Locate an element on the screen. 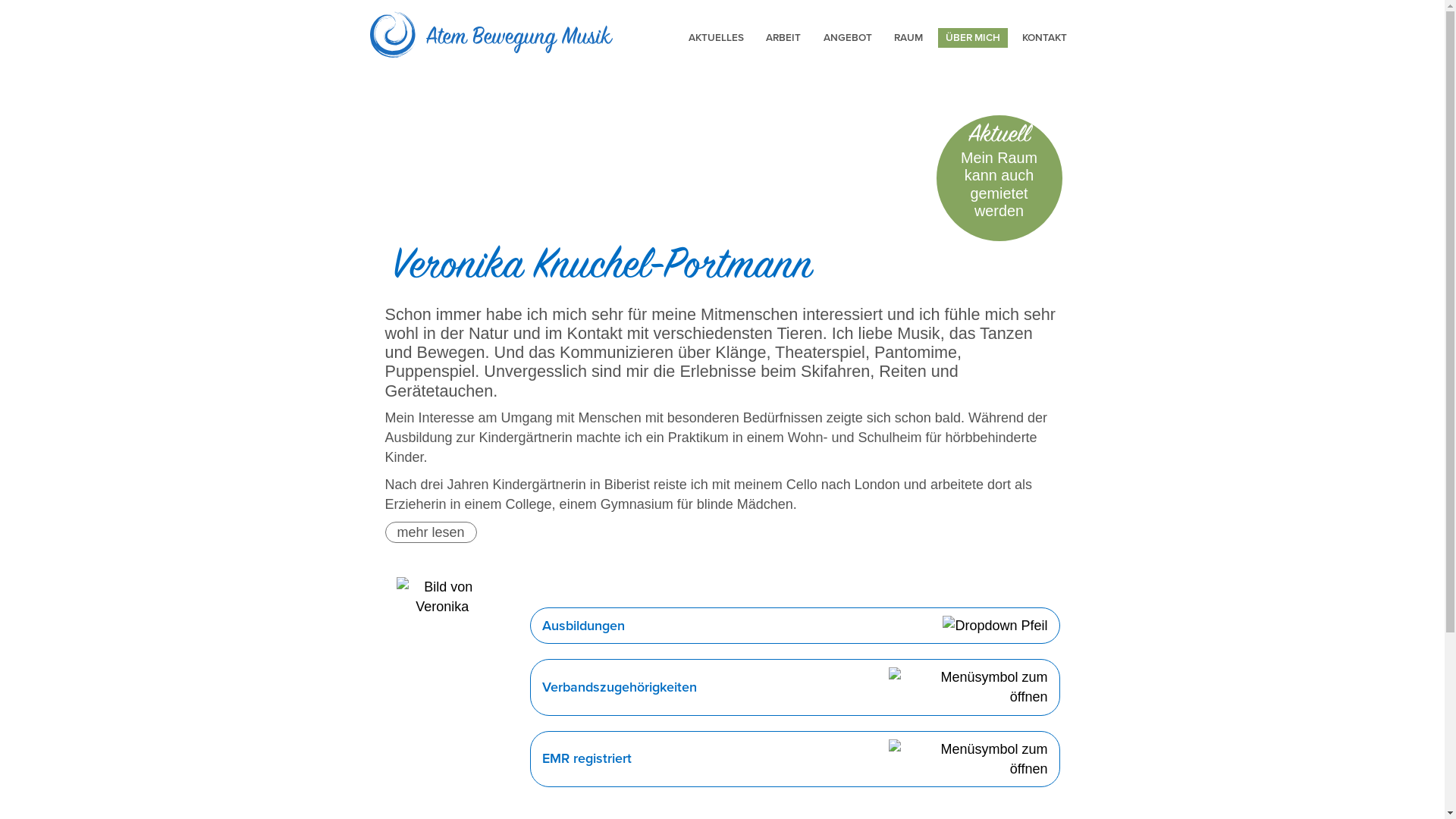  'ANGEBOT' is located at coordinates (847, 37).